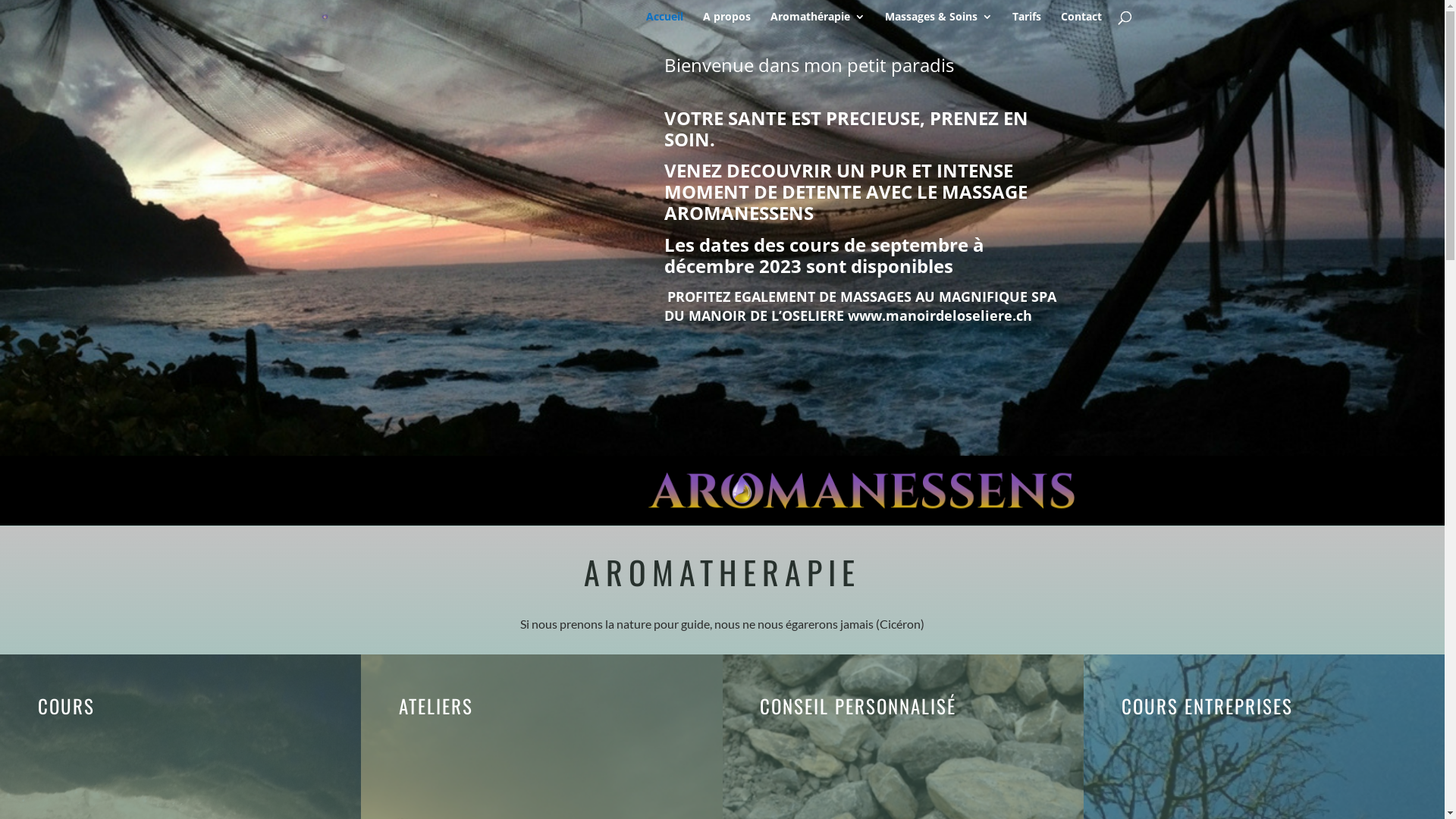 The height and width of the screenshot is (819, 1456). I want to click on 'Contact', so click(1080, 22).